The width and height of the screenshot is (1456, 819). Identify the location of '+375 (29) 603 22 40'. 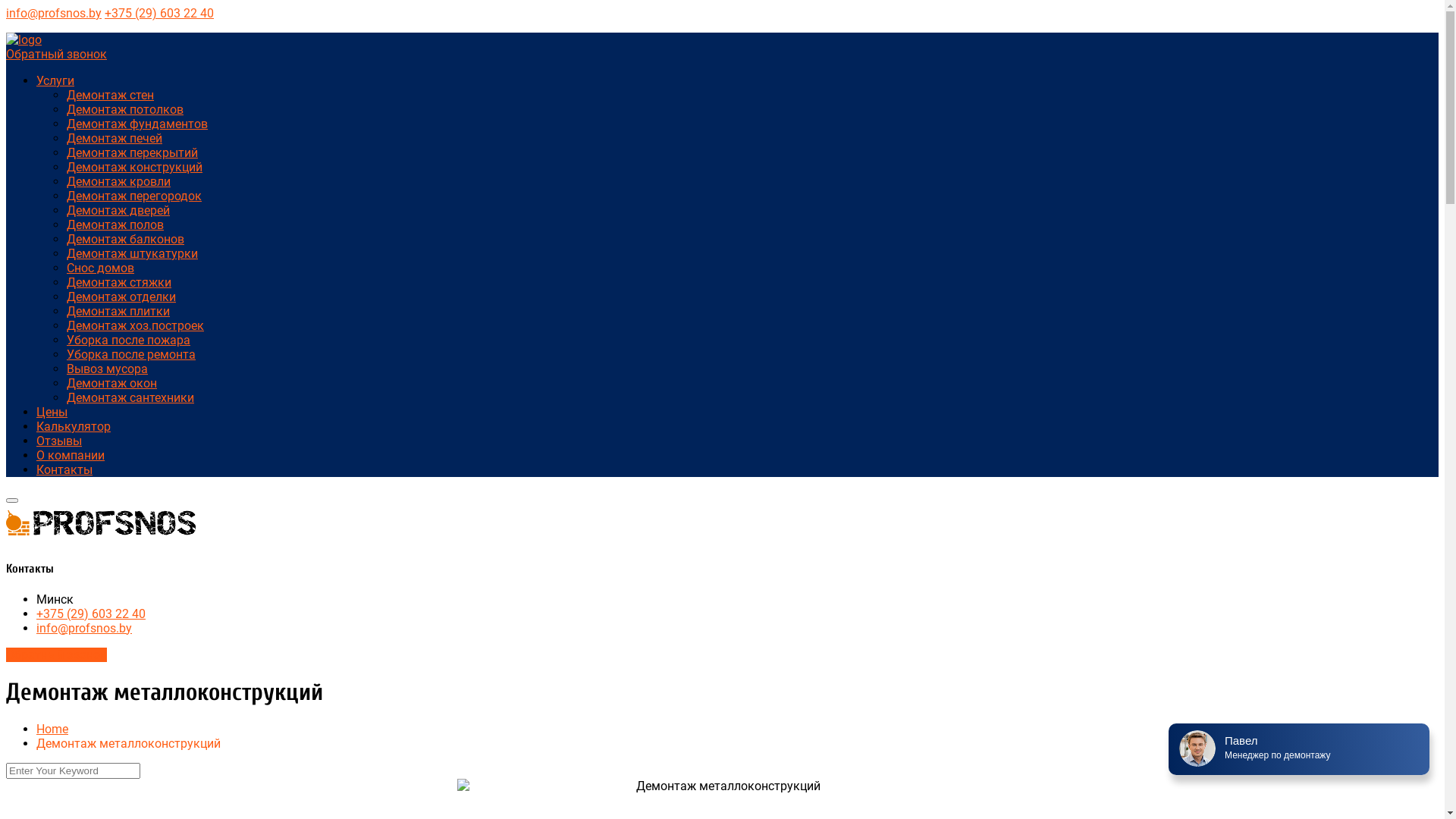
(90, 613).